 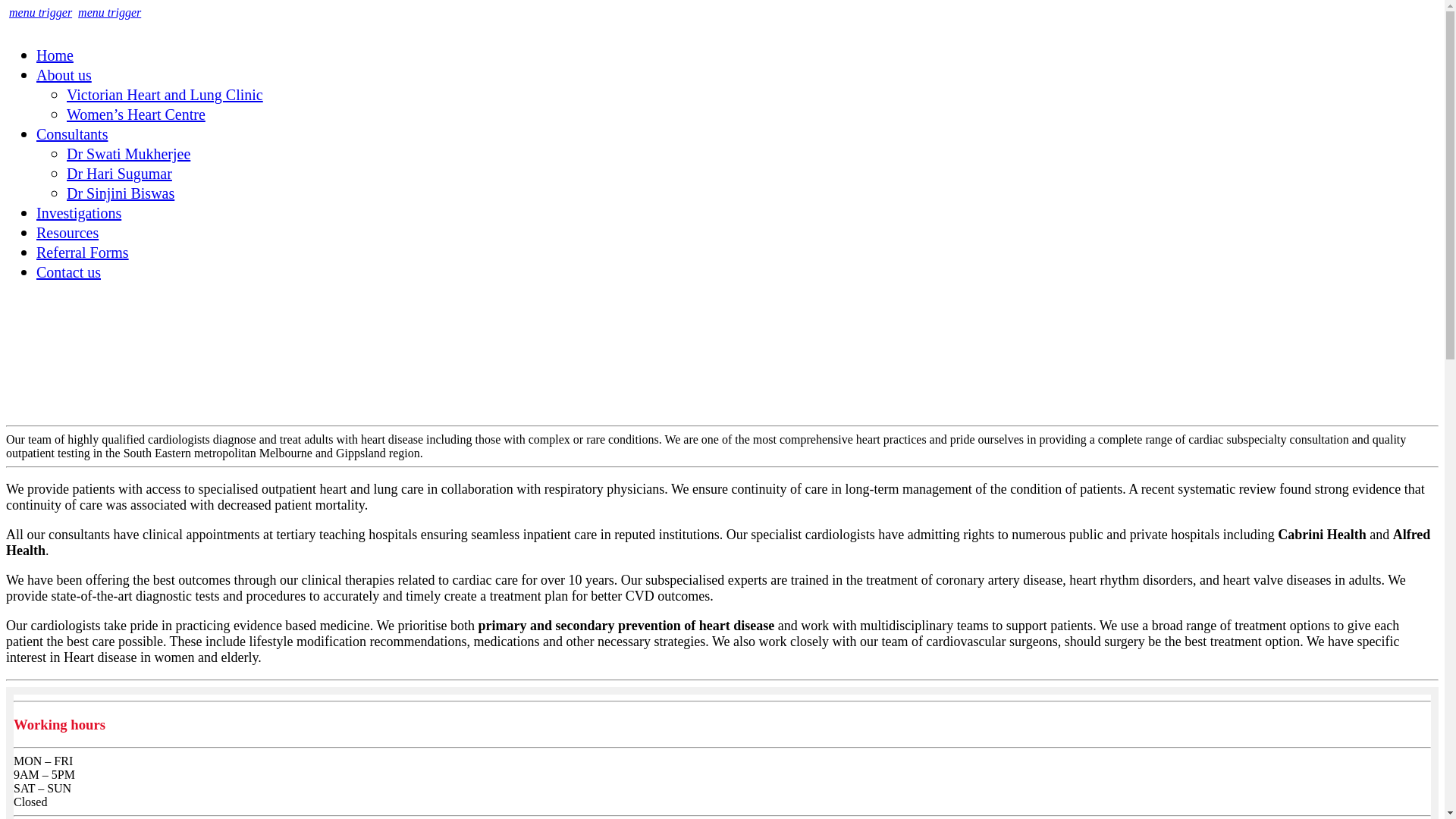 What do you see at coordinates (63, 75) in the screenshot?
I see `'About us'` at bounding box center [63, 75].